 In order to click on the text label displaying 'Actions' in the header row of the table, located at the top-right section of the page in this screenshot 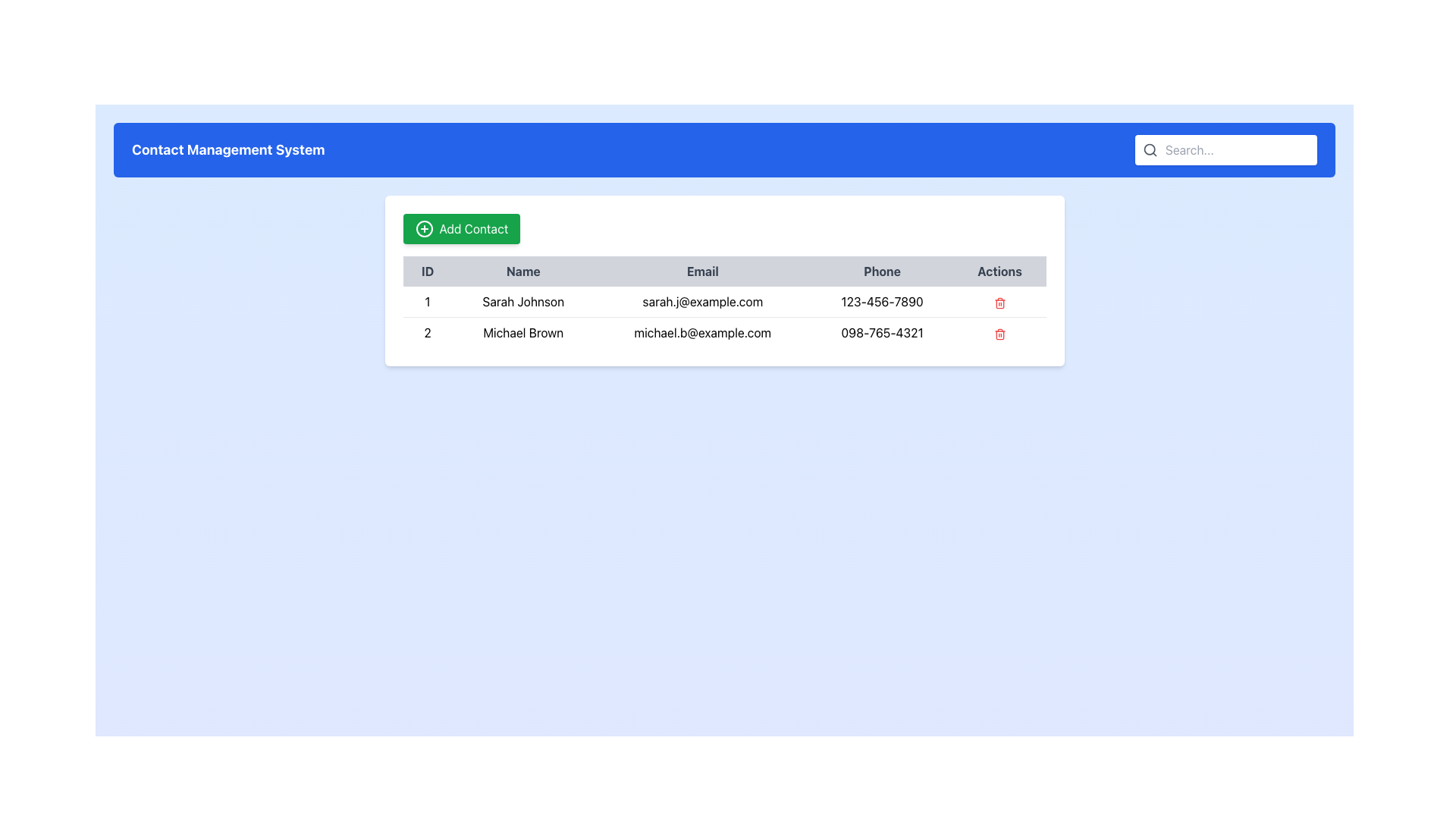, I will do `click(999, 271)`.